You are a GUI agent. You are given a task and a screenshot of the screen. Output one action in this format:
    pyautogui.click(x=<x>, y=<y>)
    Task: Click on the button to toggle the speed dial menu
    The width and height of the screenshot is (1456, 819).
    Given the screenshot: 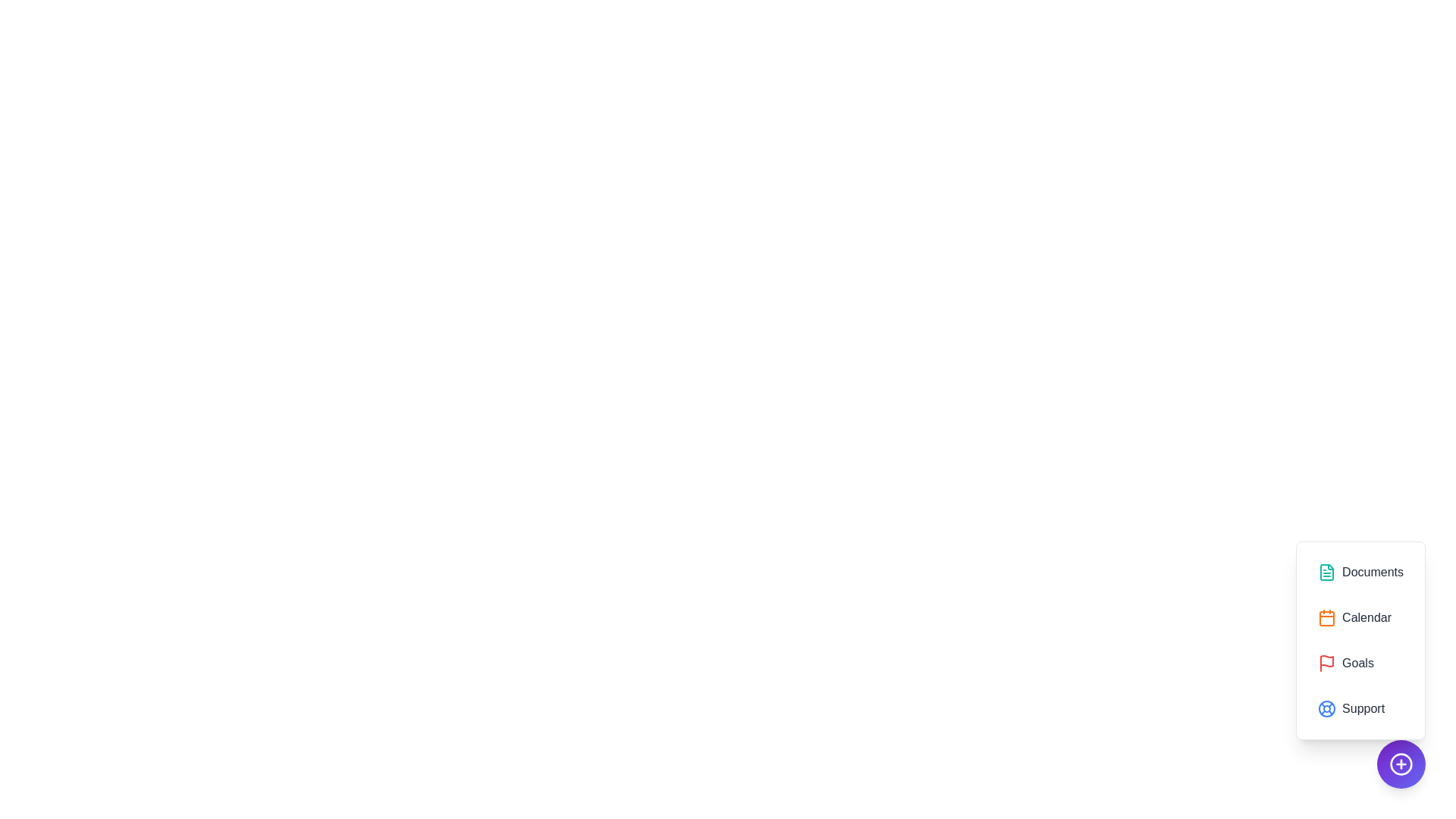 What is the action you would take?
    pyautogui.click(x=1401, y=764)
    